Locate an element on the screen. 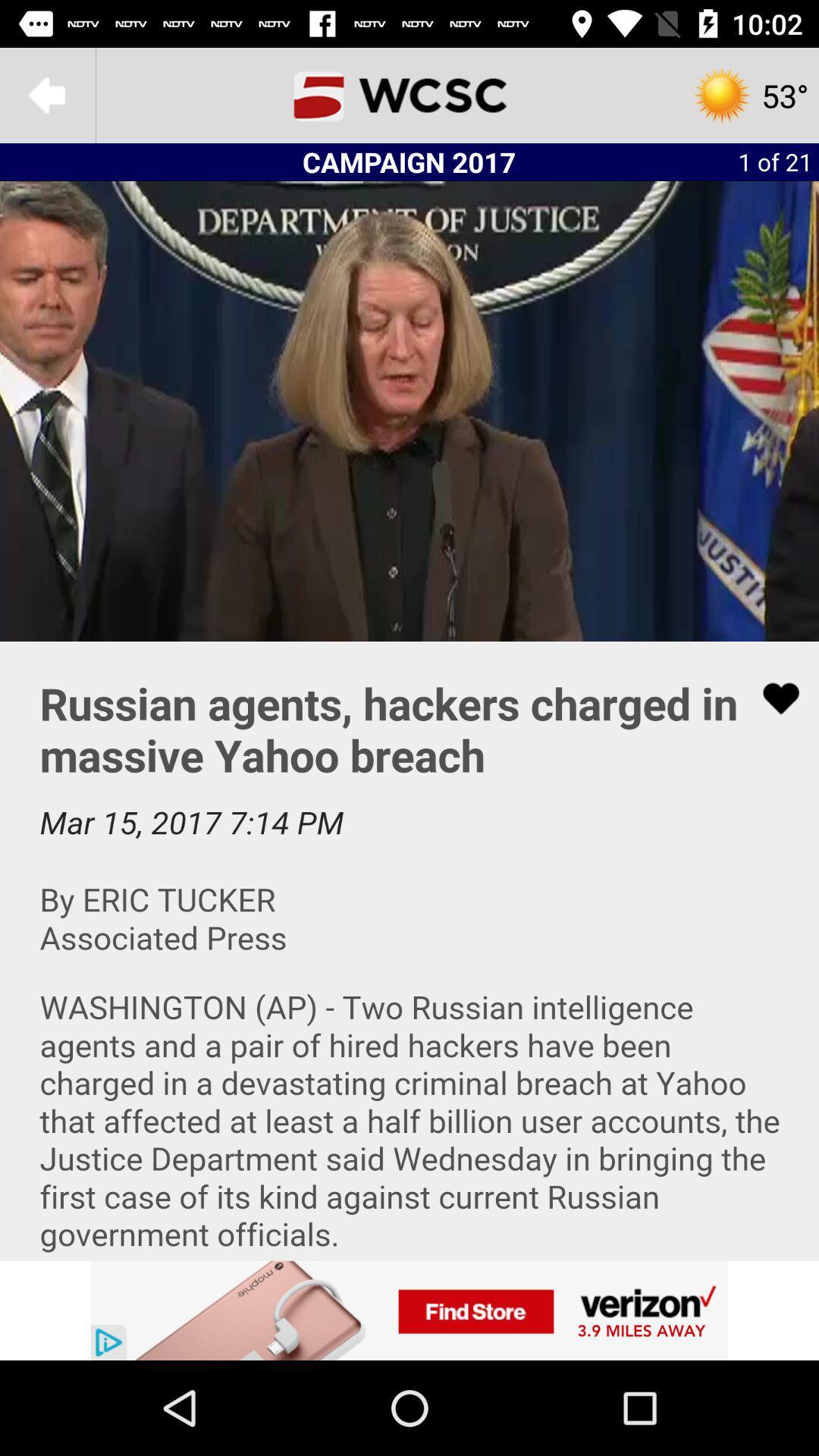 This screenshot has height=1456, width=819. visit verizon is located at coordinates (409, 1310).